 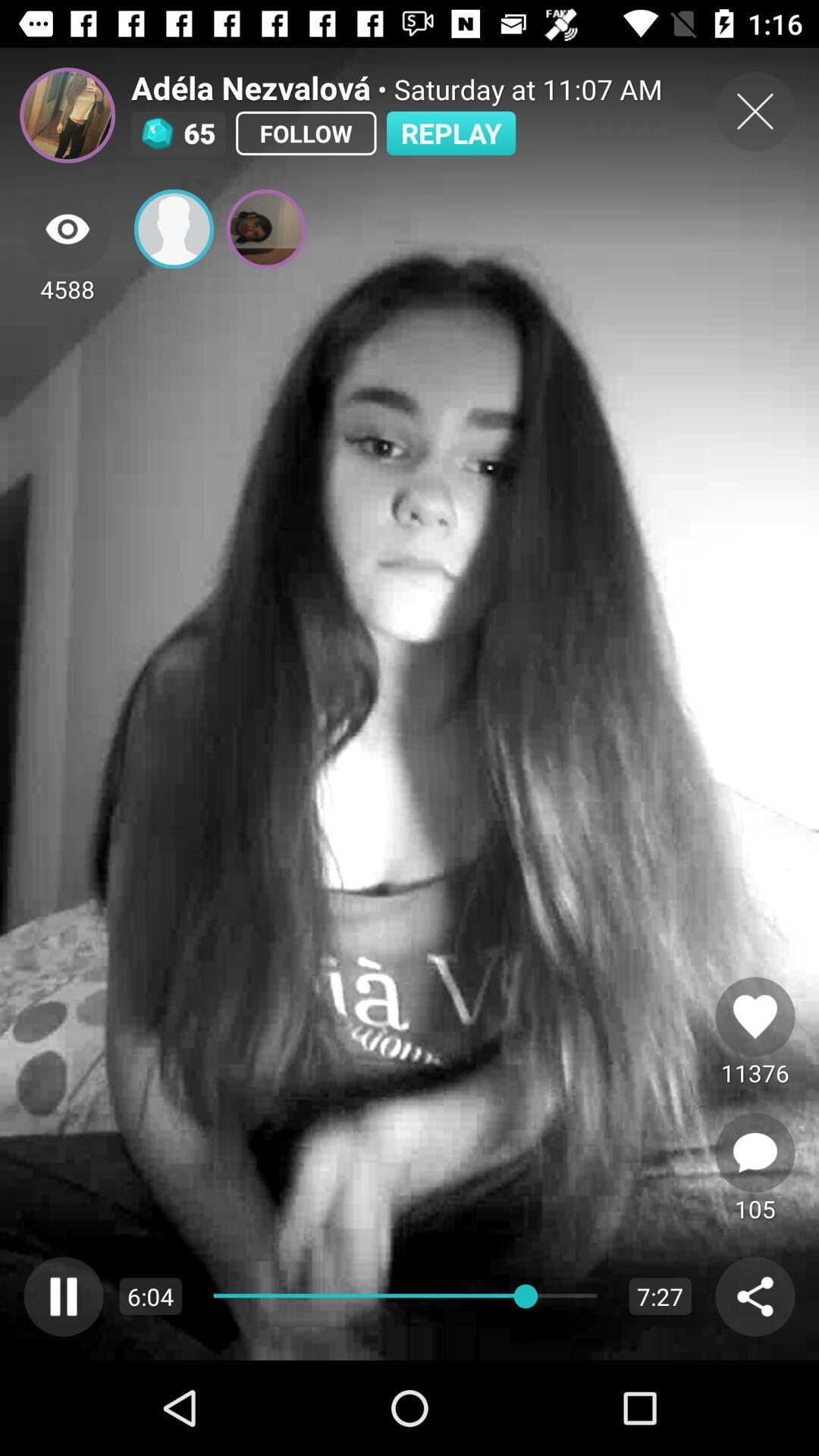 I want to click on click the message option, so click(x=755, y=1153).